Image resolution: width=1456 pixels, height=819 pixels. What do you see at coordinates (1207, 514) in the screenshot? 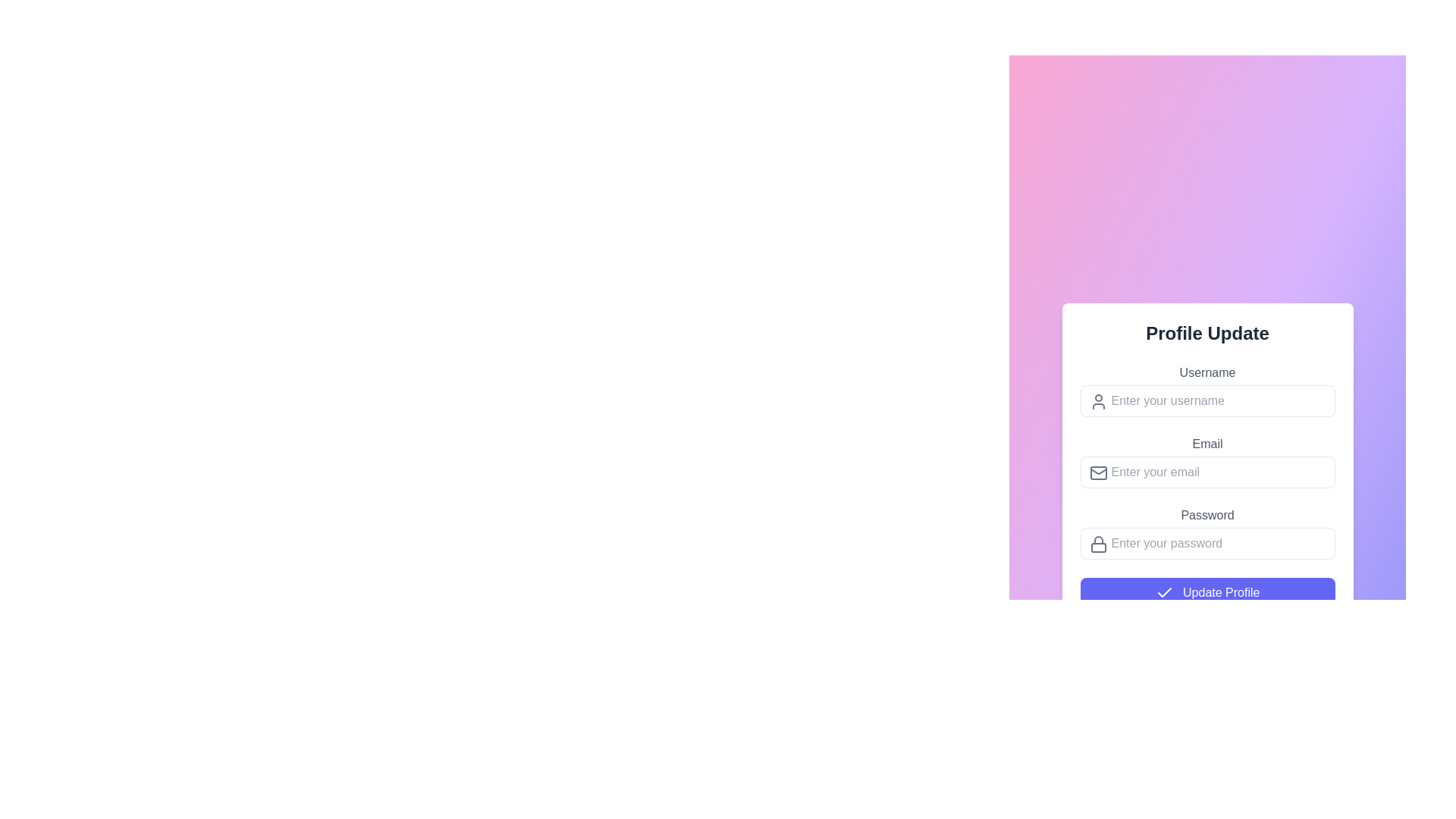
I see `the 'Password' label element, which is displayed in gray font above the password input field in the 'Profile Update' form` at bounding box center [1207, 514].